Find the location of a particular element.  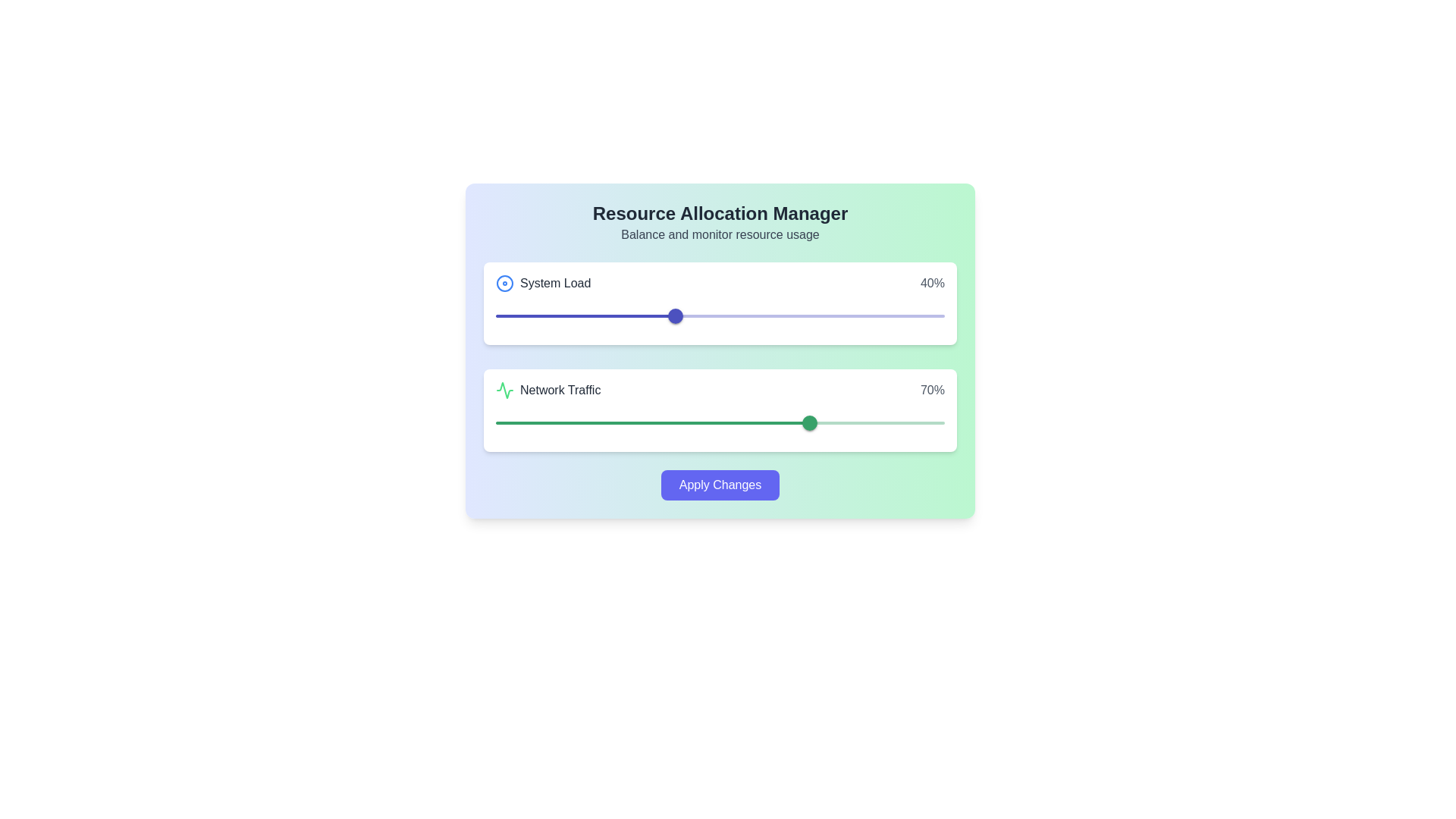

the static text element that displays the percentage value indicating the current system load, positioned to the right of the 'System Load' label and icon is located at coordinates (931, 284).